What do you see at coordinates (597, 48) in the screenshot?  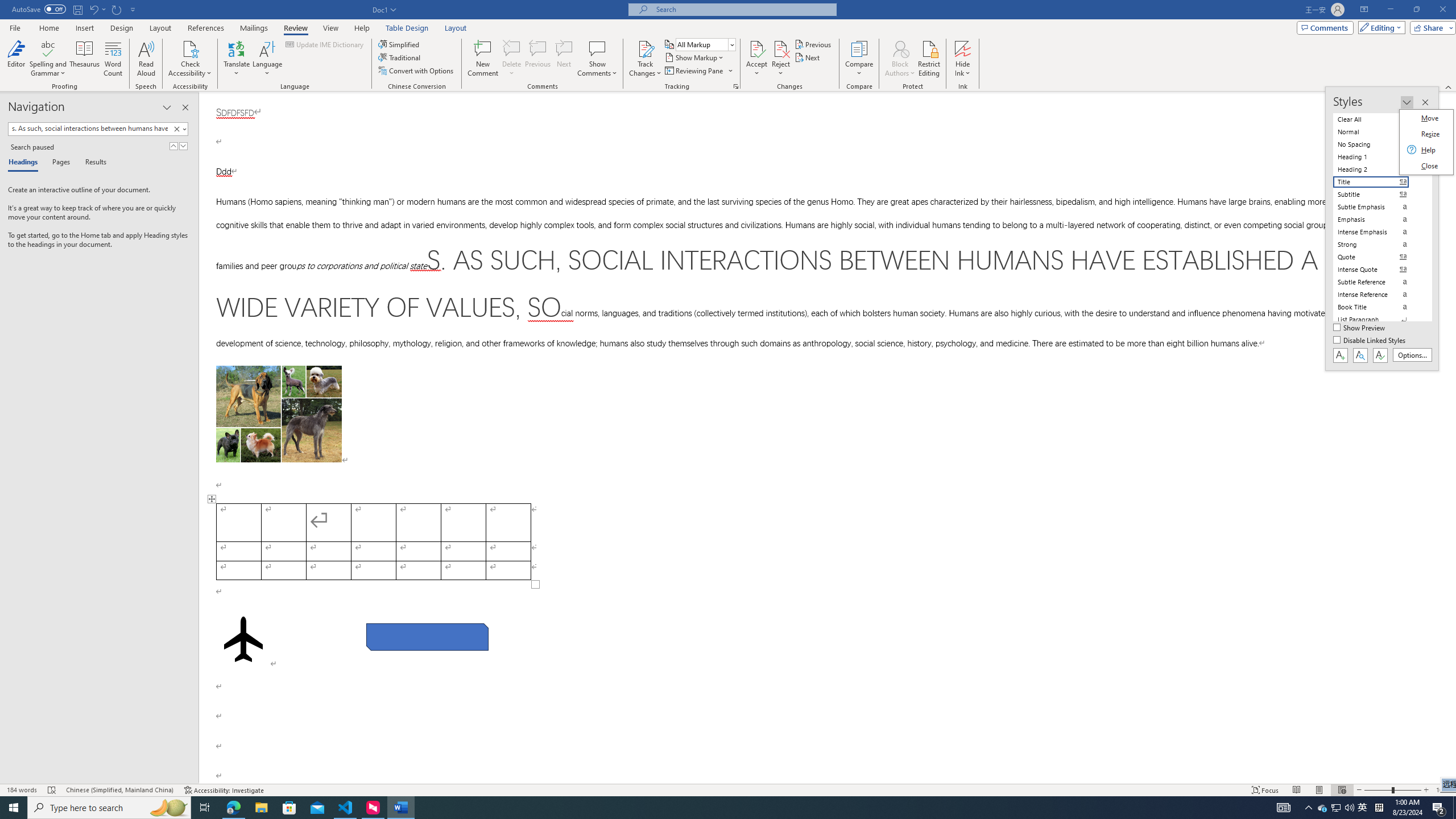 I see `'Show Comments'` at bounding box center [597, 48].